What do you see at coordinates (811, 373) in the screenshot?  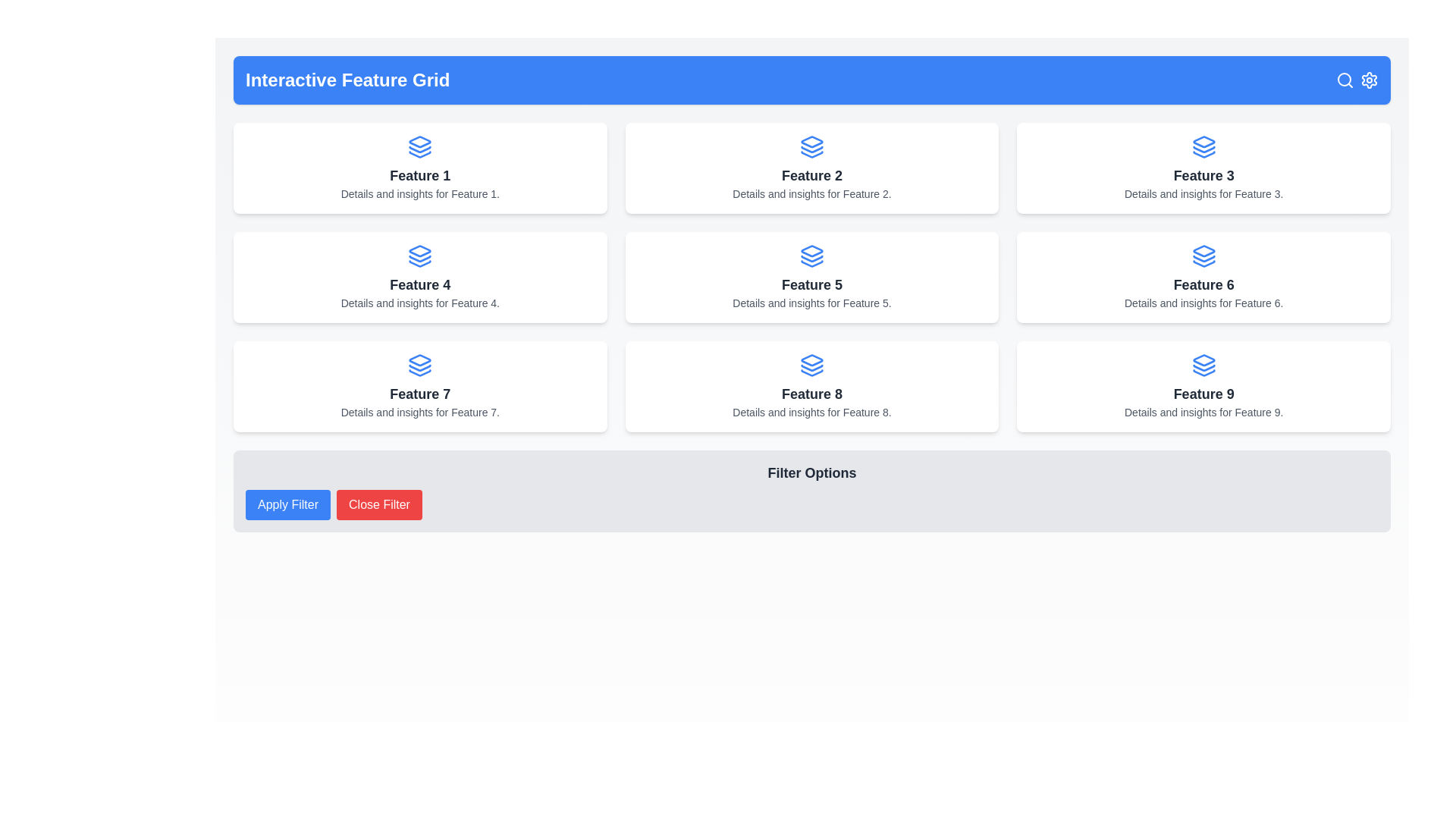 I see `the graphical icon segment that visually represents layers, located within the eighth feature tile in the third row of the grid` at bounding box center [811, 373].